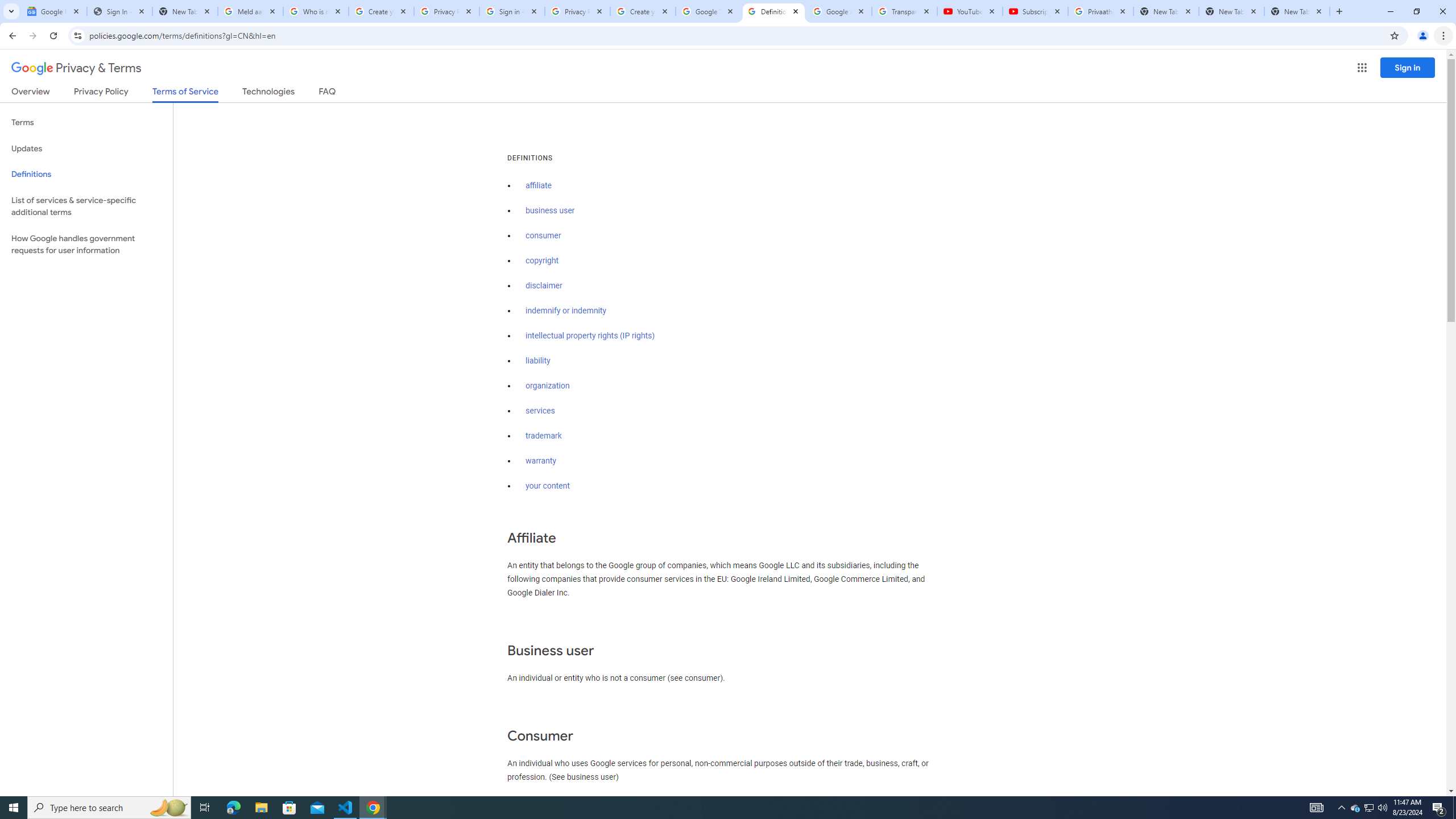  Describe the element at coordinates (543, 235) in the screenshot. I see `'consumer'` at that location.